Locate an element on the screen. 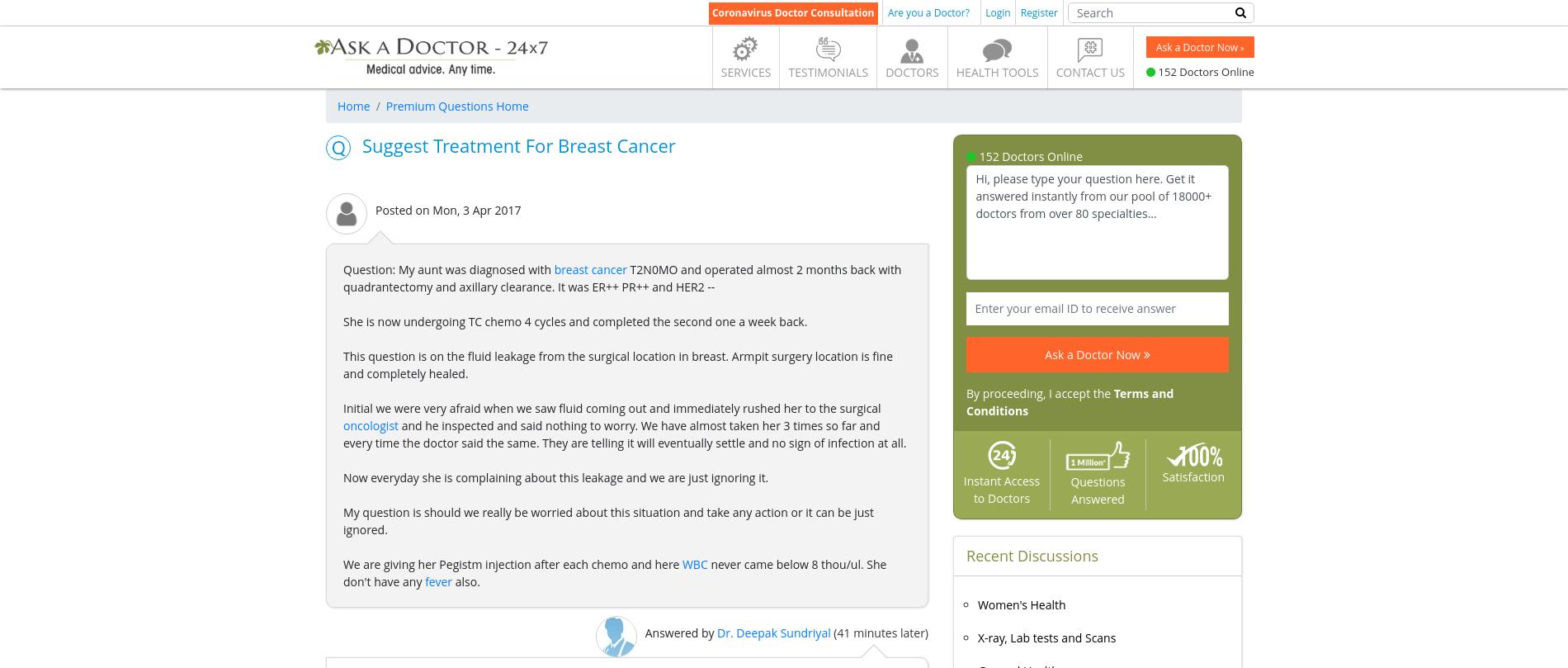  'also.' is located at coordinates (451, 580).